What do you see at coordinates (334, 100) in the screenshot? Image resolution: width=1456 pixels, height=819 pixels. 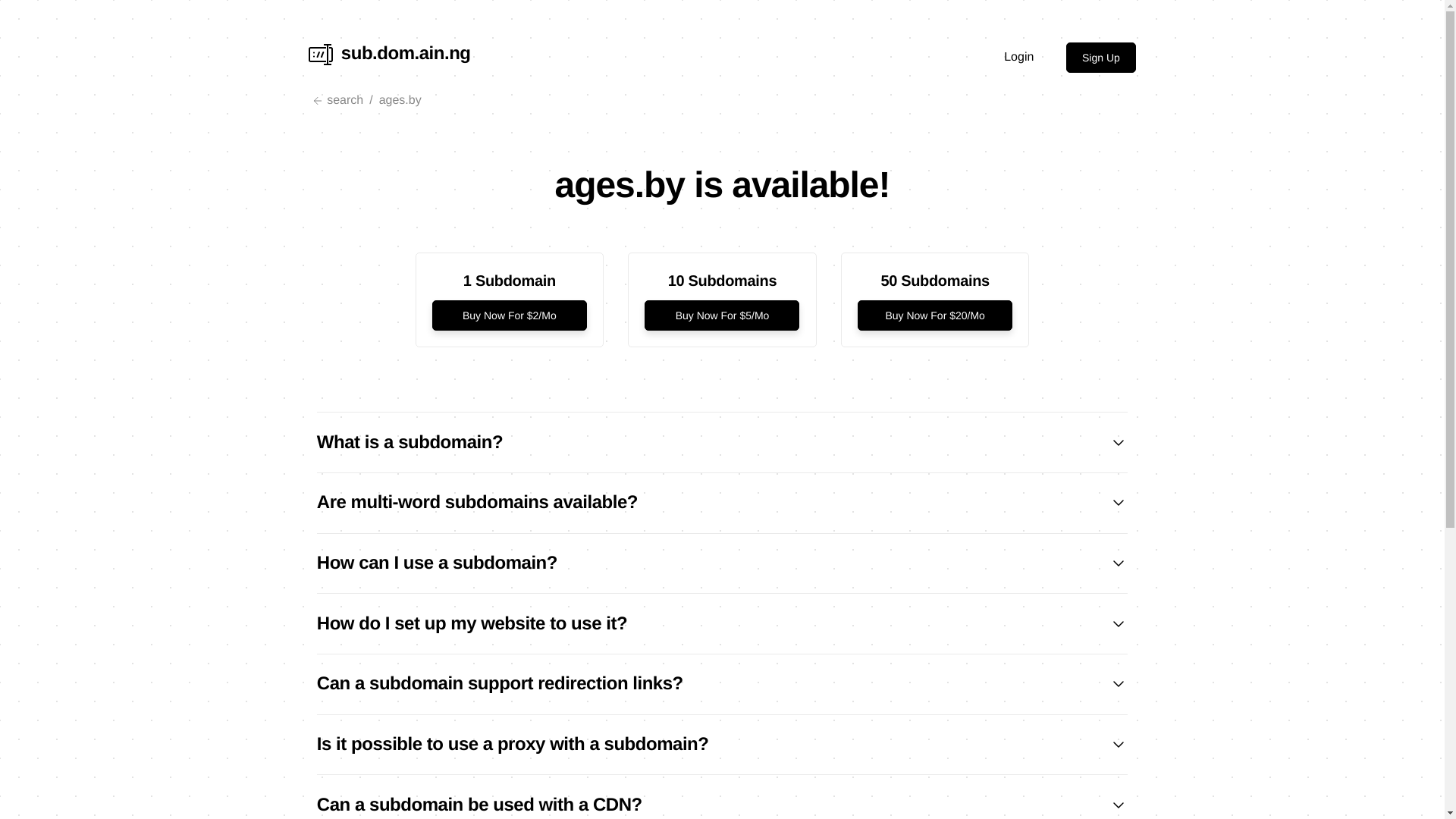 I see `'search'` at bounding box center [334, 100].